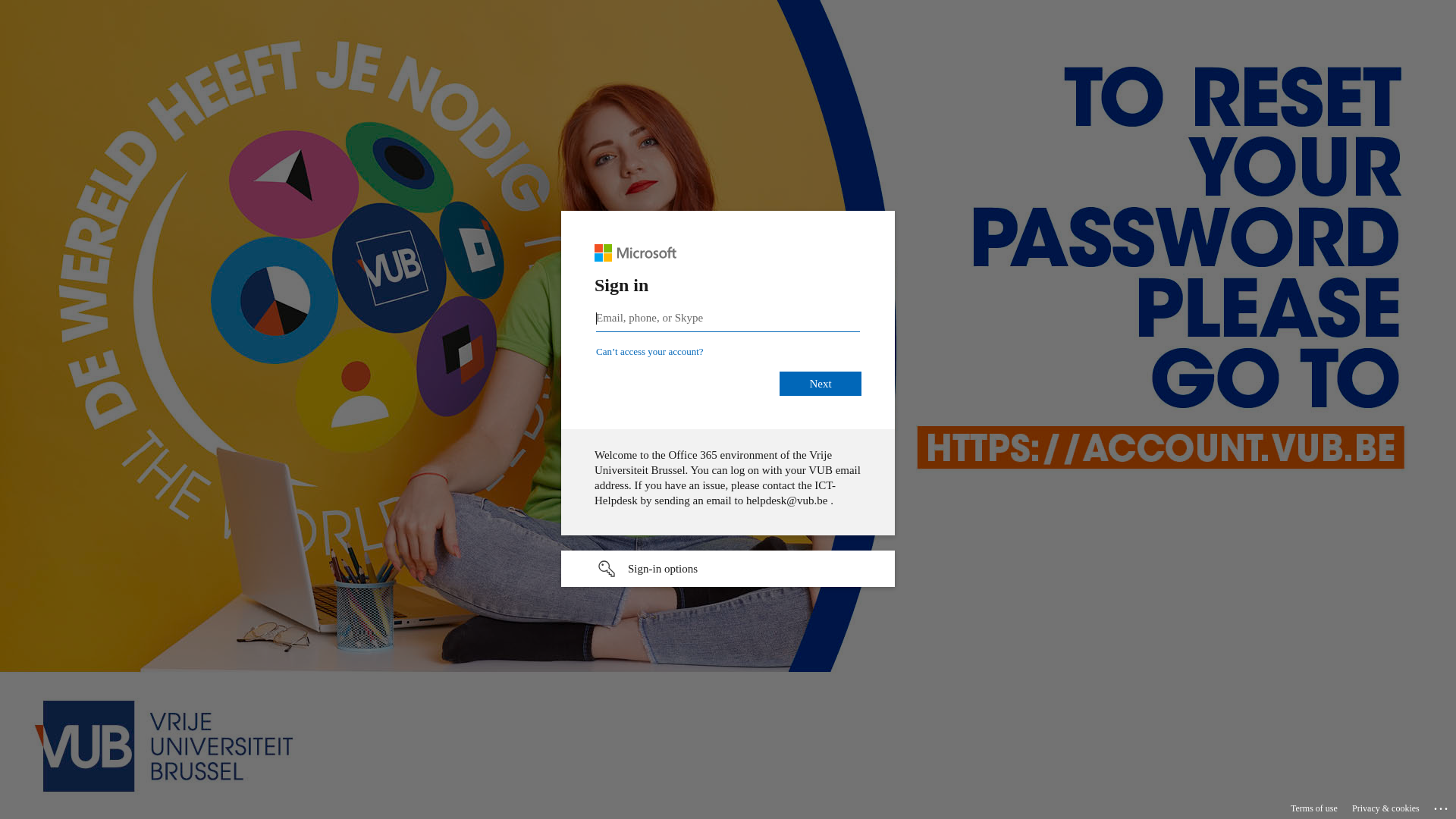 The height and width of the screenshot is (819, 1456). What do you see at coordinates (819, 382) in the screenshot?
I see `'Next'` at bounding box center [819, 382].